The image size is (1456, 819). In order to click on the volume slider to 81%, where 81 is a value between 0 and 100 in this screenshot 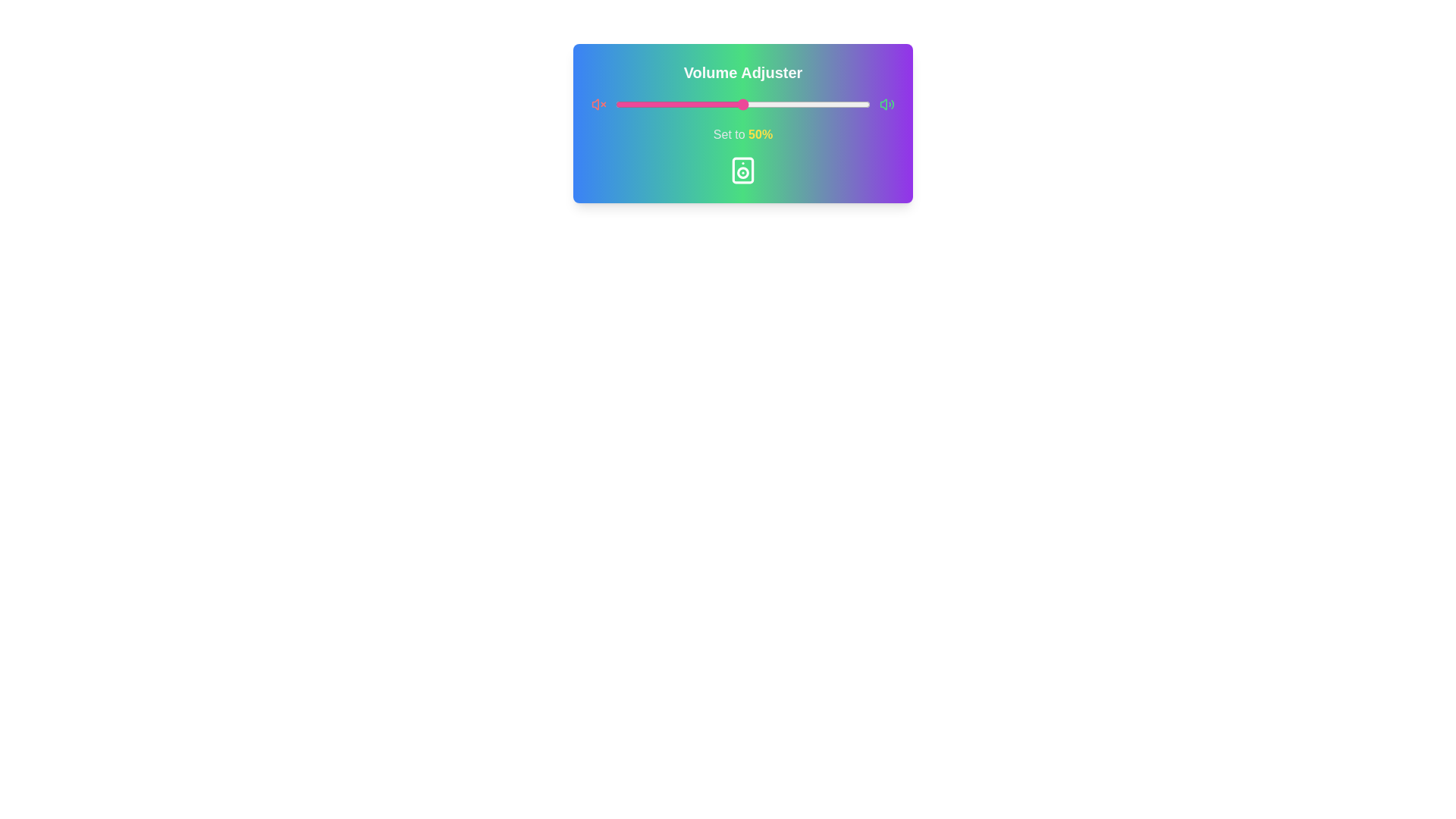, I will do `click(821, 104)`.